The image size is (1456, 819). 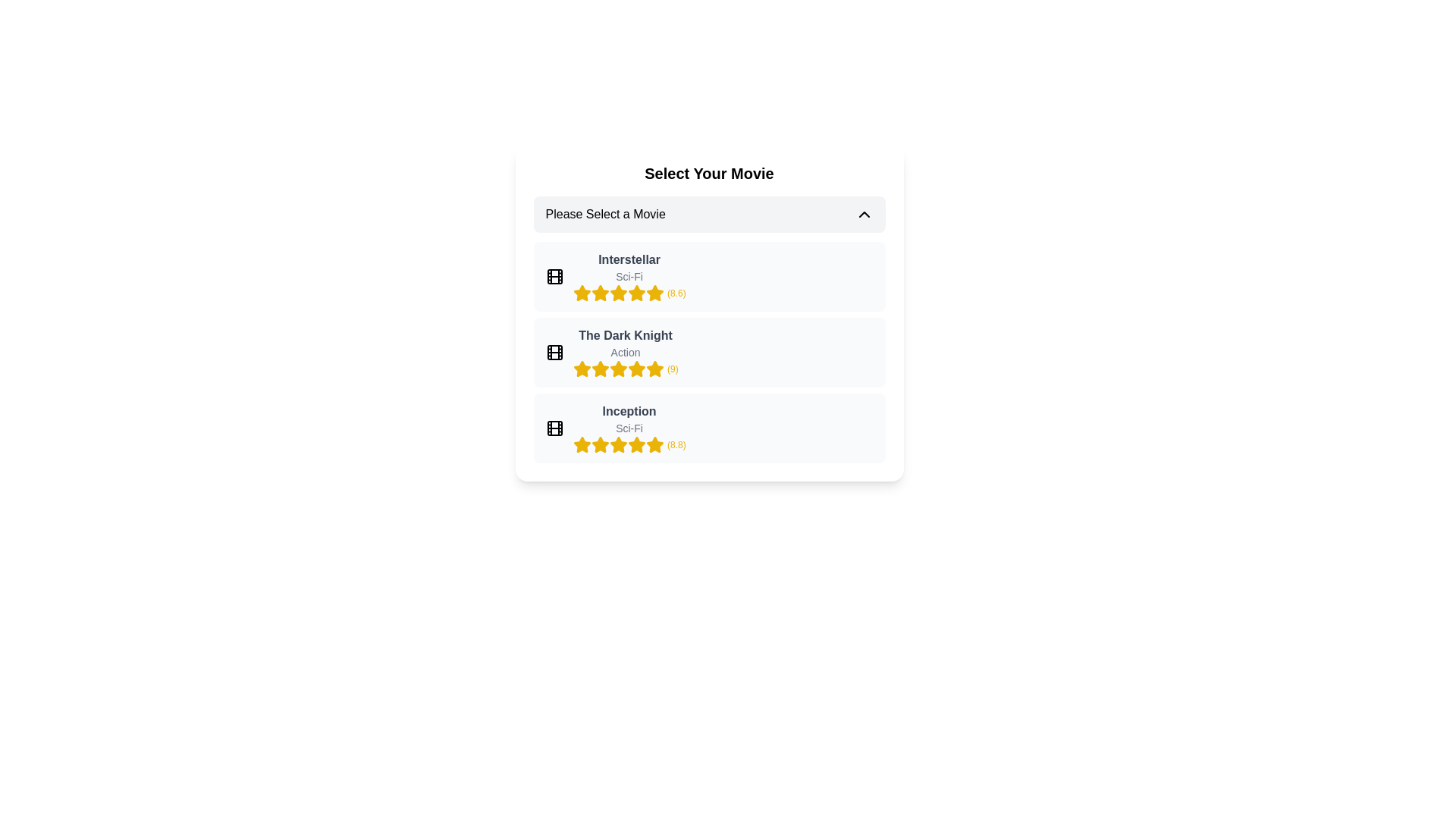 What do you see at coordinates (626, 369) in the screenshot?
I see `the Rating display component for the movie 'The Dark Knight', which consists of five yellow stars and a numeric rating '(9)' displayed to the right` at bounding box center [626, 369].